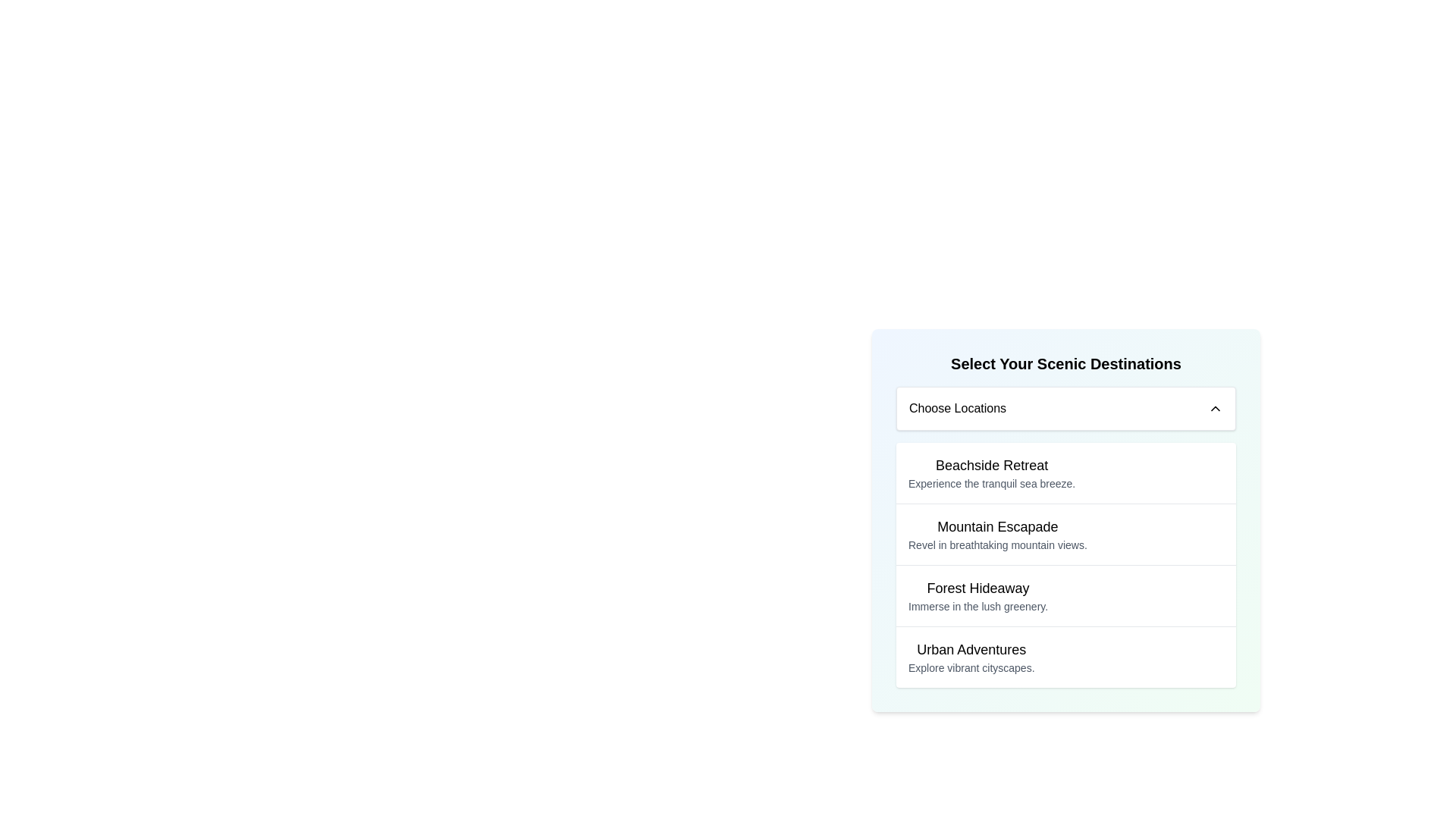  Describe the element at coordinates (971, 667) in the screenshot. I see `the text snippet that reads 'Explore vibrant cityscapes.' located below 'Urban Adventures' in the dropdown menu 'Select Your Scenic Destinations'` at that location.